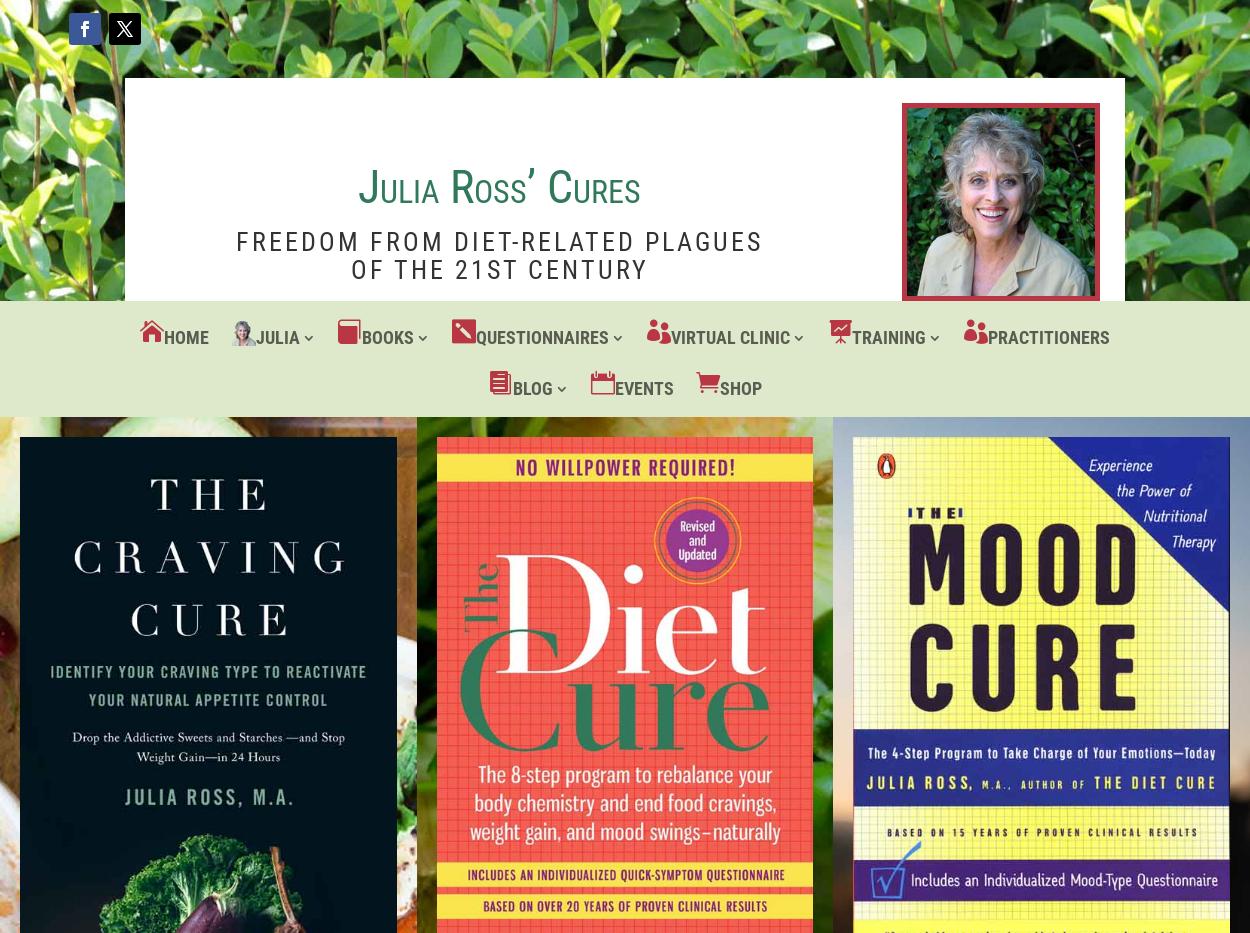 Image resolution: width=1250 pixels, height=933 pixels. What do you see at coordinates (498, 239) in the screenshot?
I see `'Freedom from diet-related plagues'` at bounding box center [498, 239].